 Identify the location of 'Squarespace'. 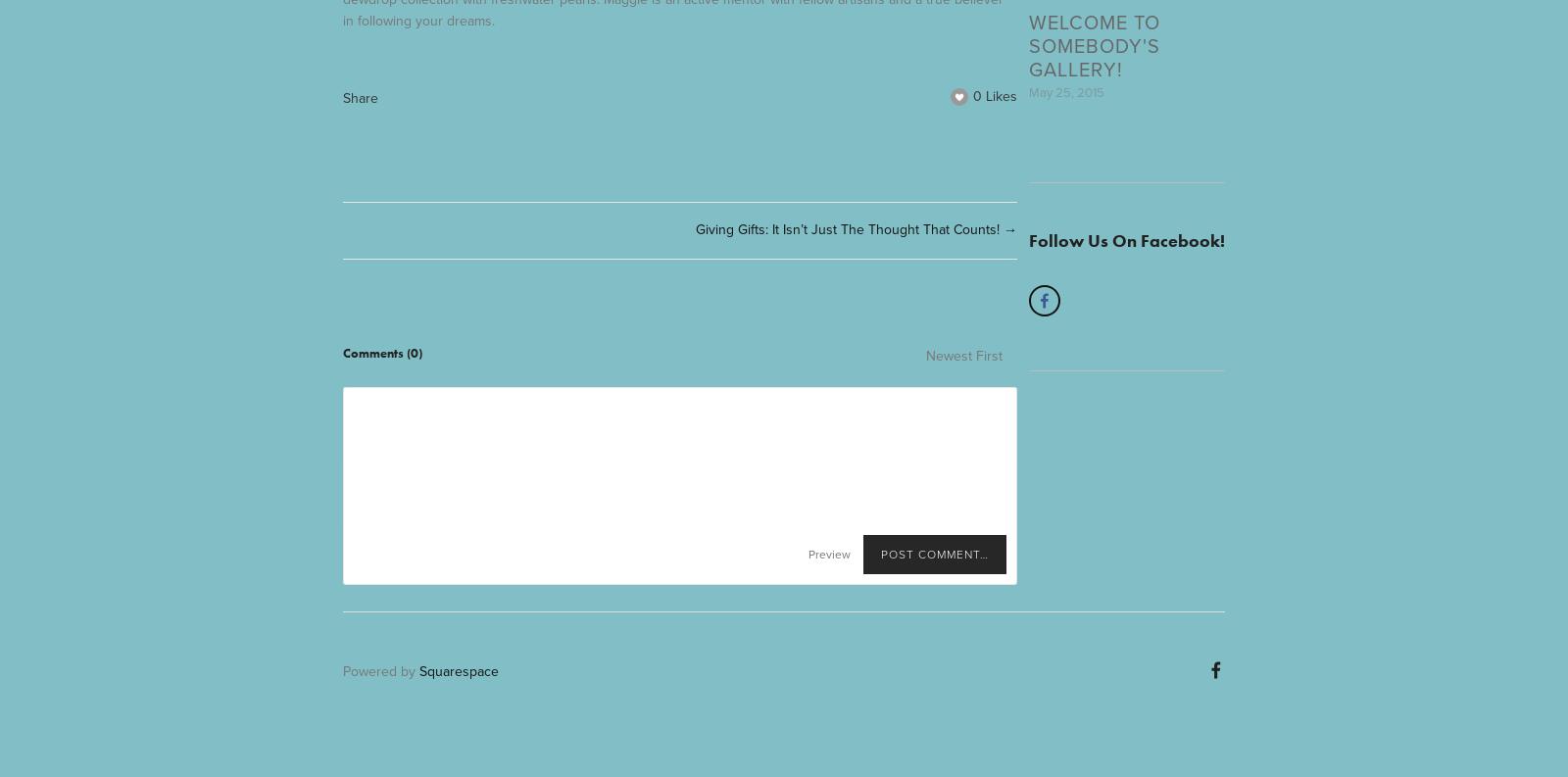
(418, 671).